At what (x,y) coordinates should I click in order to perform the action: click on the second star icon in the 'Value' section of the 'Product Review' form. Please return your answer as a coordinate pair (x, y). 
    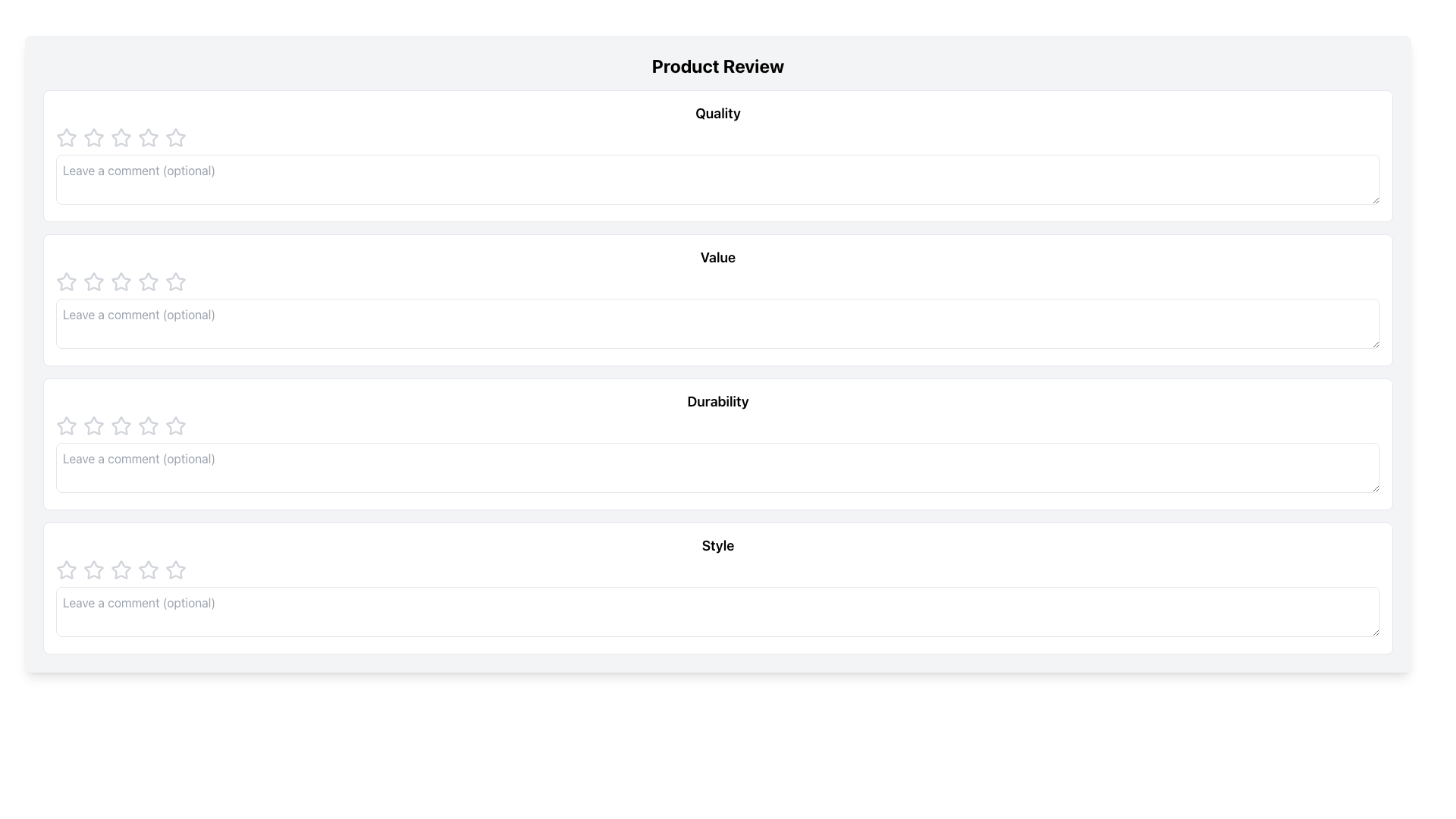
    Looking at the image, I should click on (120, 281).